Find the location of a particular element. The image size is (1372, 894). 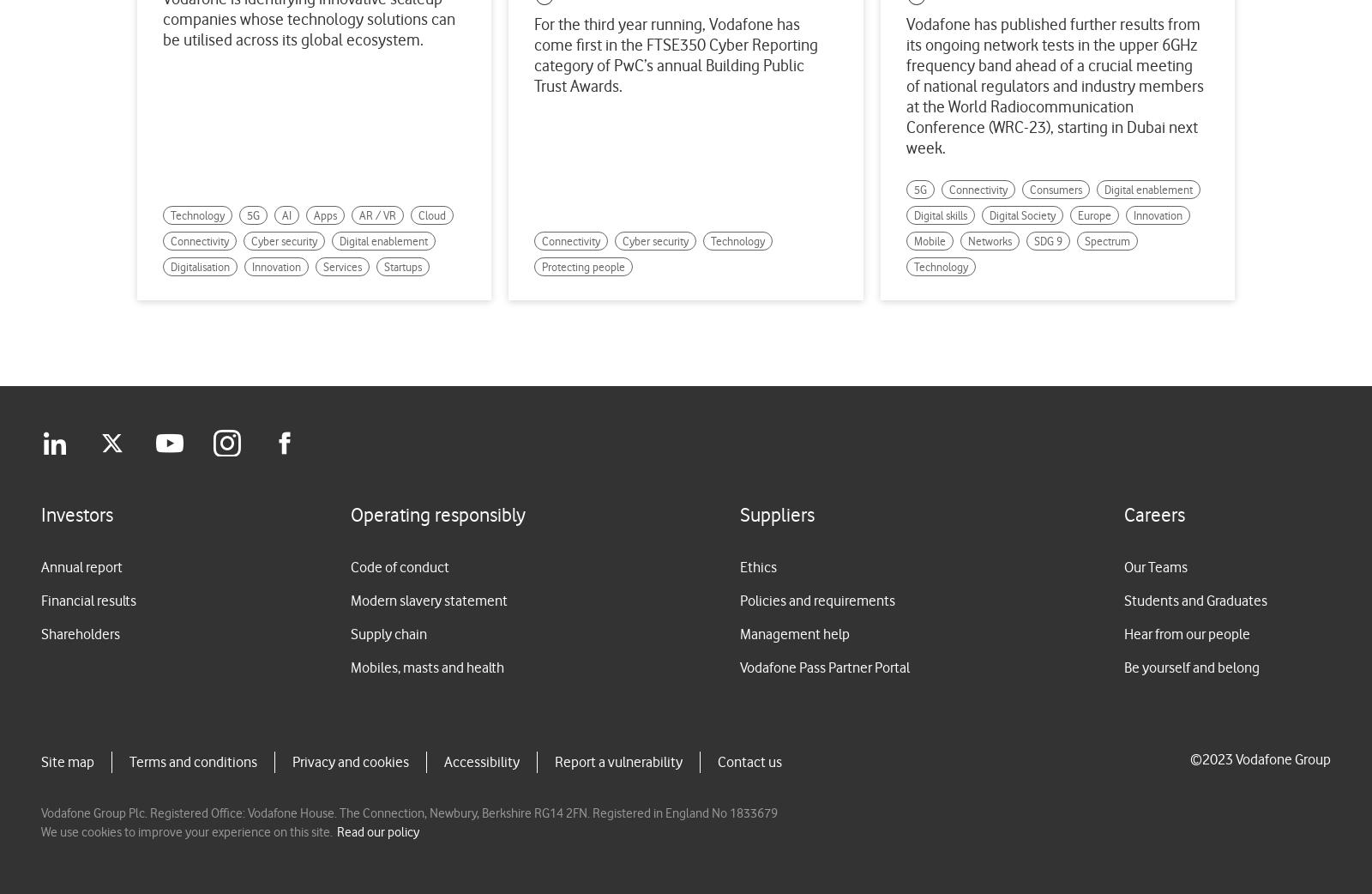

'Vodafone Group' is located at coordinates (1235, 758).